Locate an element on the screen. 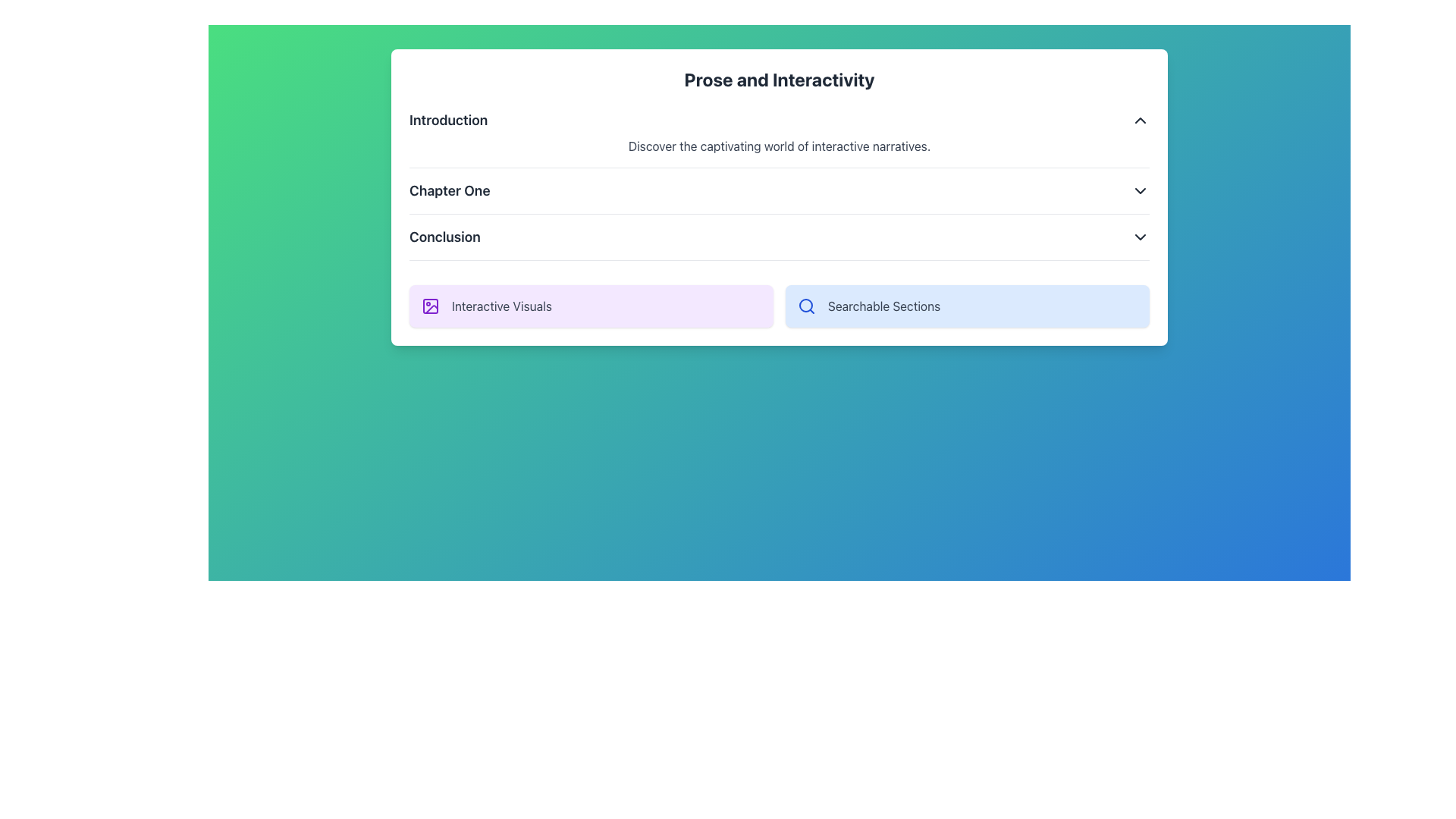 This screenshot has width=1456, height=819. the chevron icon located to the far right of the 'Introduction' section header is located at coordinates (1140, 119).